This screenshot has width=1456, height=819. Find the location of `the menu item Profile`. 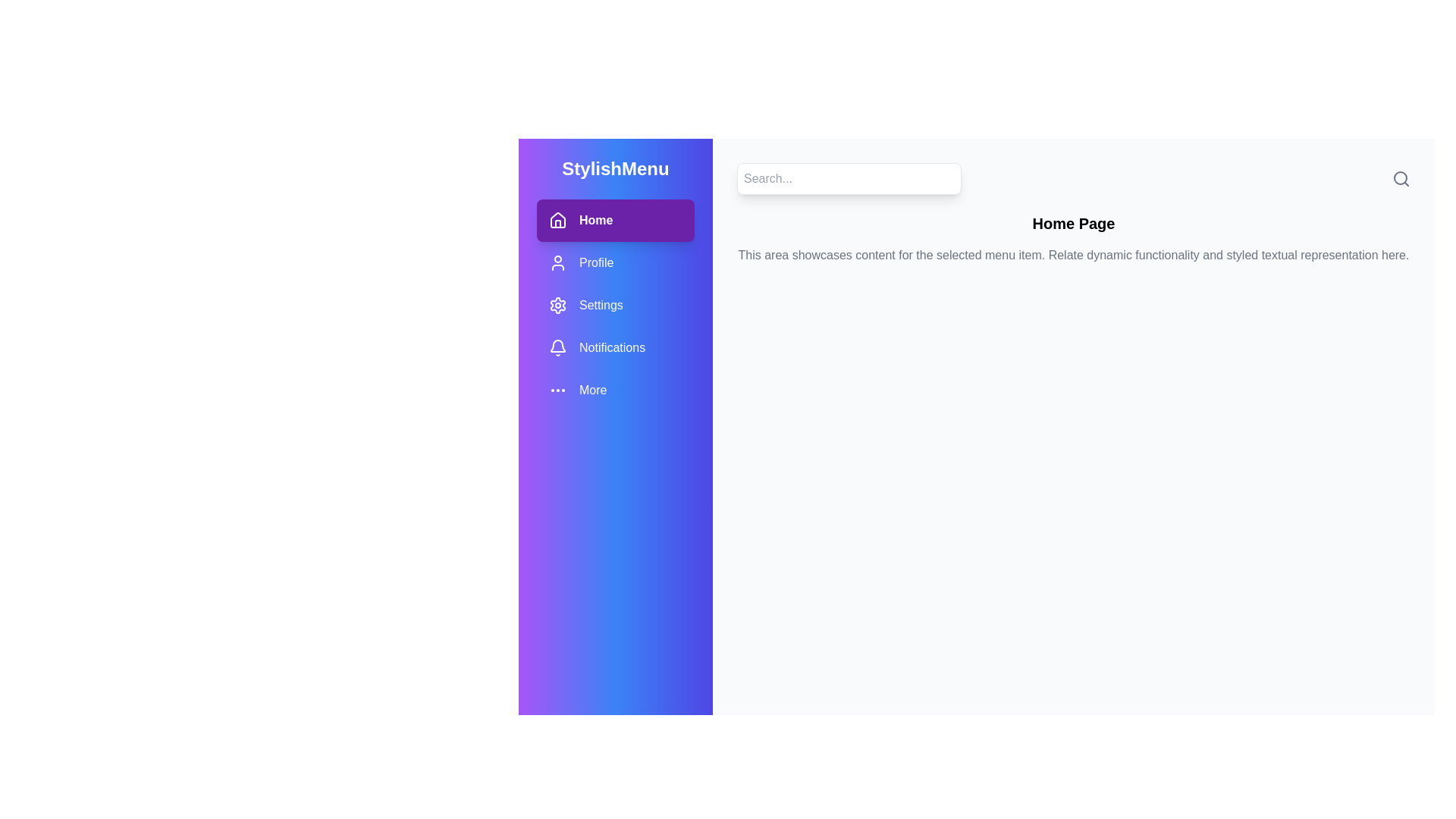

the menu item Profile is located at coordinates (615, 262).